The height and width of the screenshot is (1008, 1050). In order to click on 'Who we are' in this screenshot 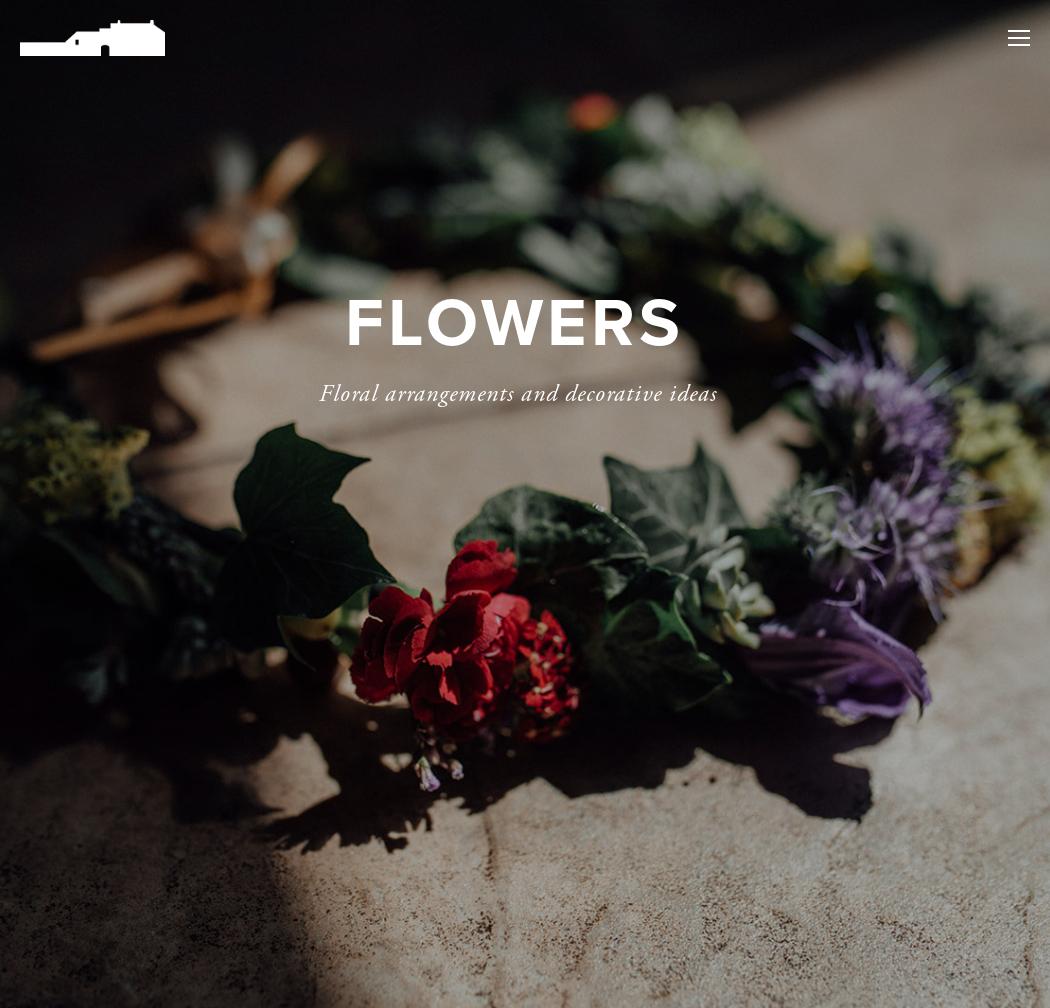, I will do `click(838, 202)`.